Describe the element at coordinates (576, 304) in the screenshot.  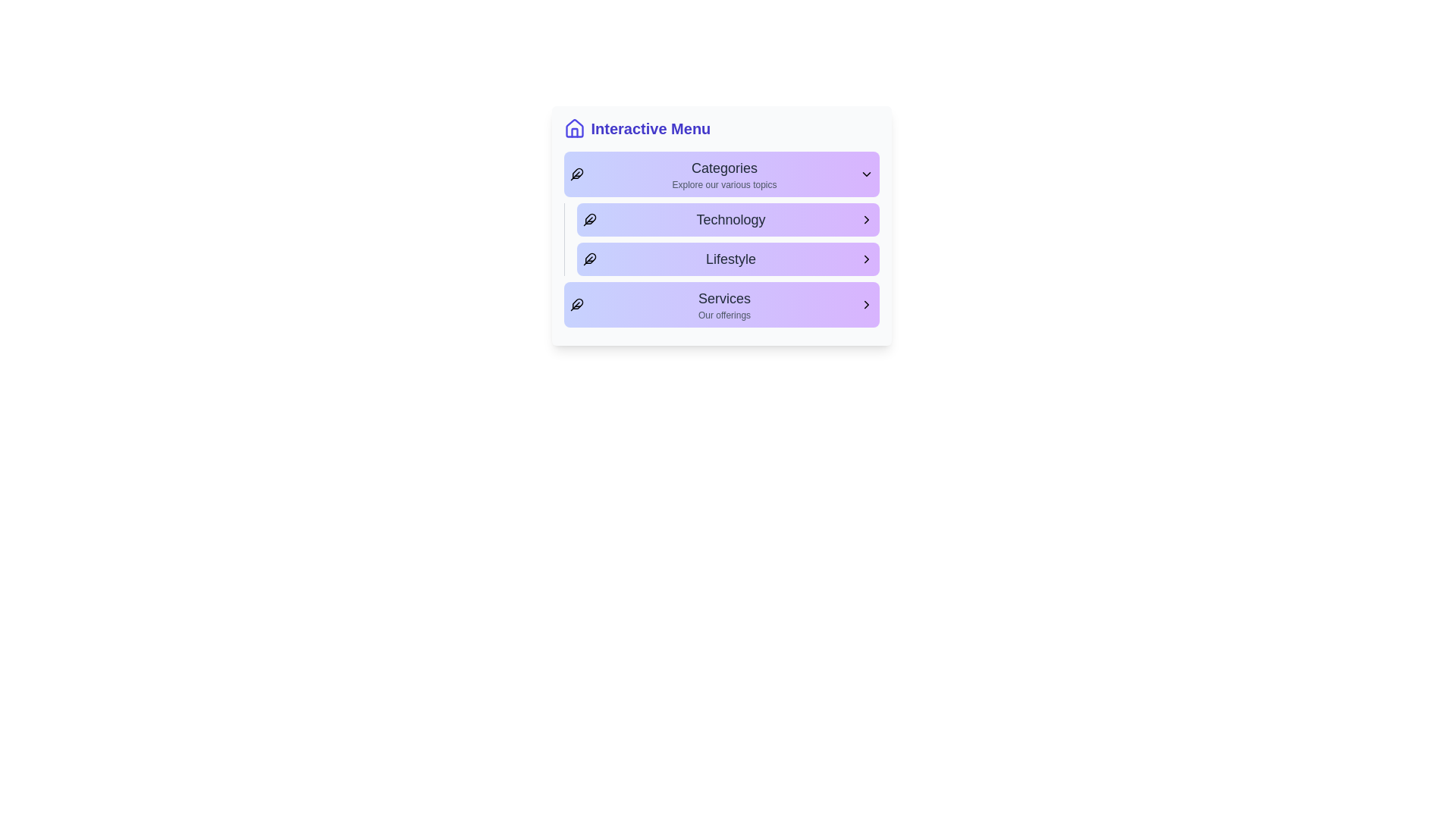
I see `the decorative feather-shaped icon located at the far left of the 'Services' menu option in the interactive menu` at that location.